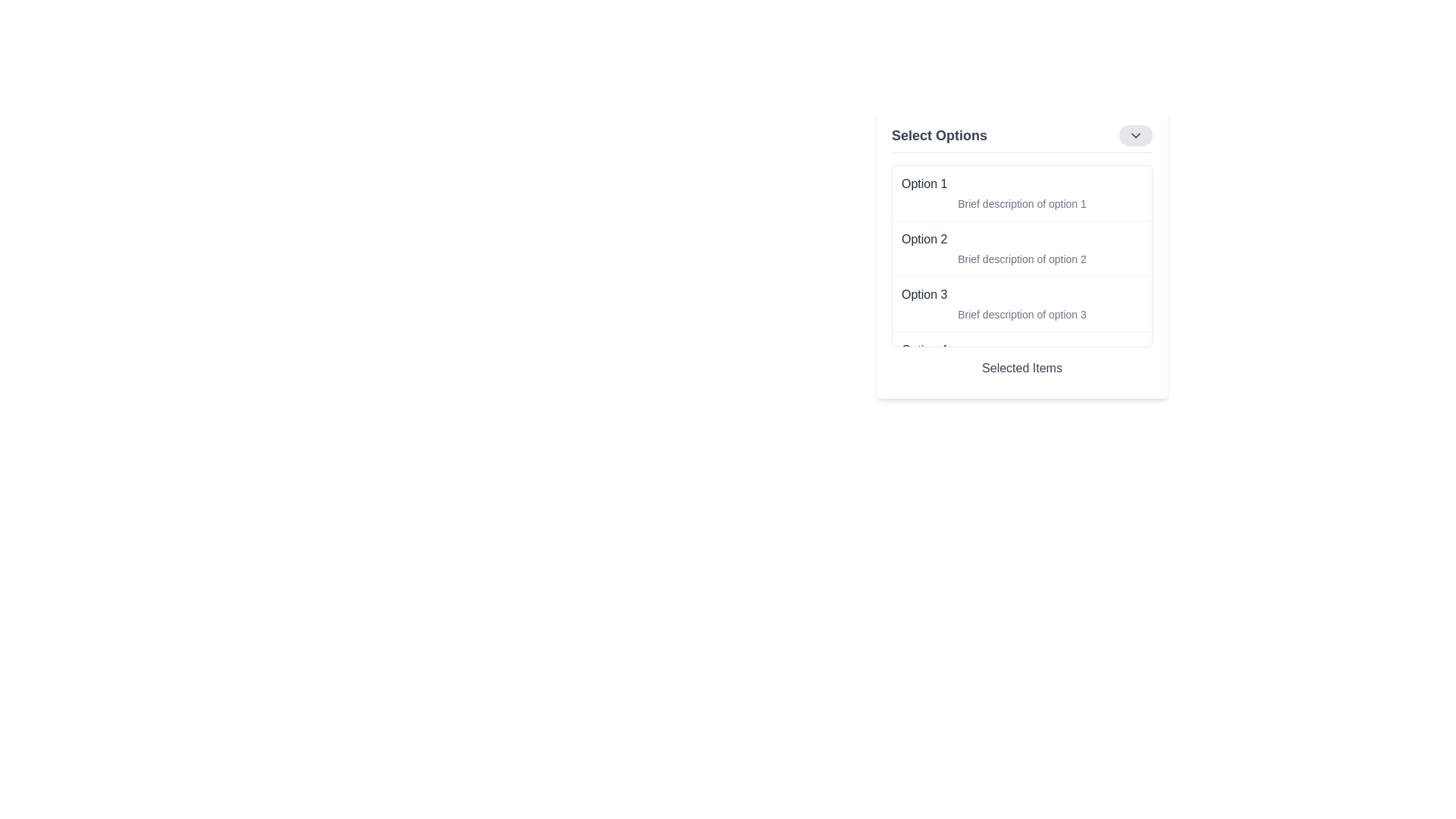  I want to click on the list item displaying 'Option 3', so click(1022, 303).